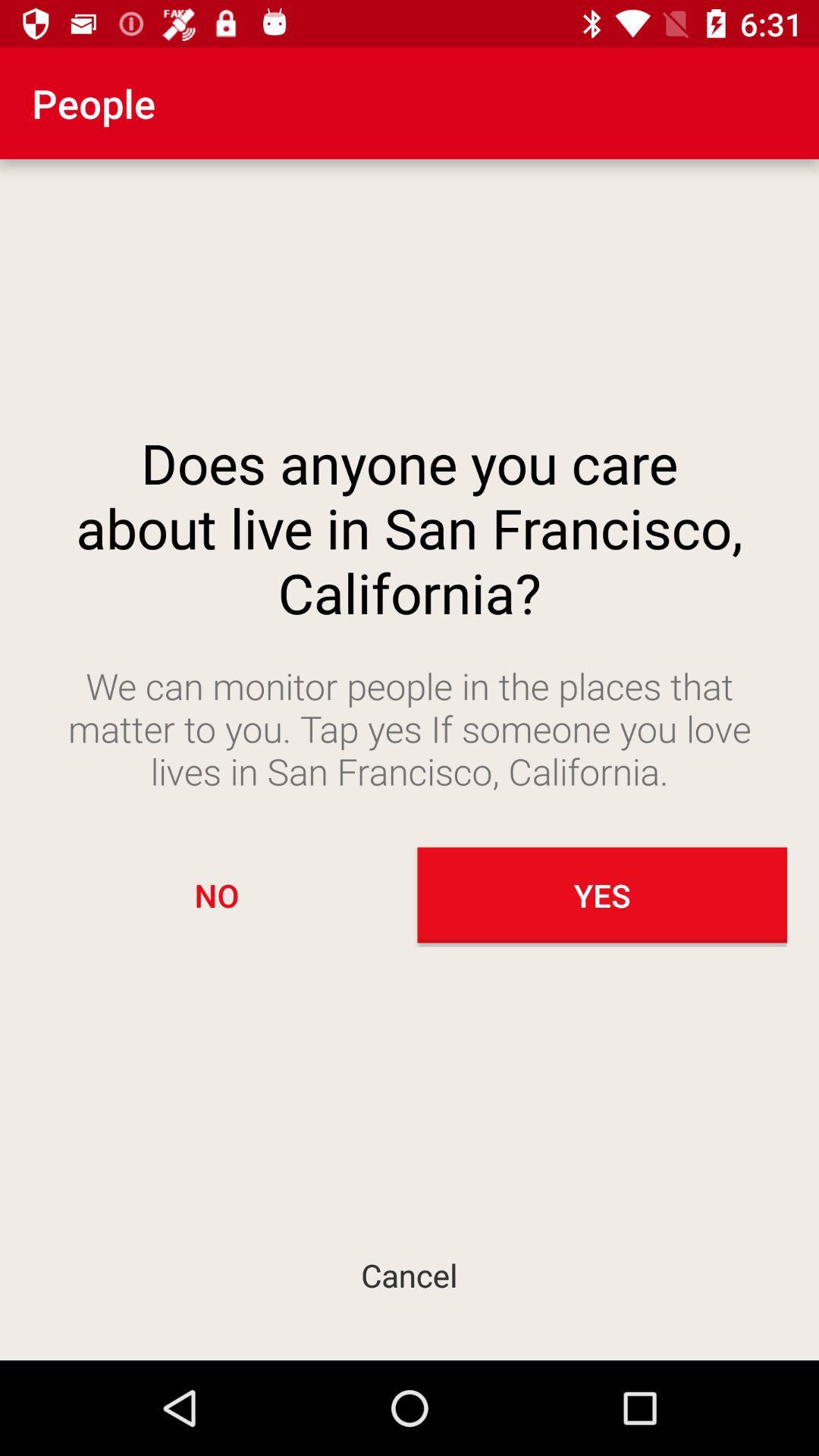 The width and height of the screenshot is (819, 1456). I want to click on item below no item, so click(409, 1274).